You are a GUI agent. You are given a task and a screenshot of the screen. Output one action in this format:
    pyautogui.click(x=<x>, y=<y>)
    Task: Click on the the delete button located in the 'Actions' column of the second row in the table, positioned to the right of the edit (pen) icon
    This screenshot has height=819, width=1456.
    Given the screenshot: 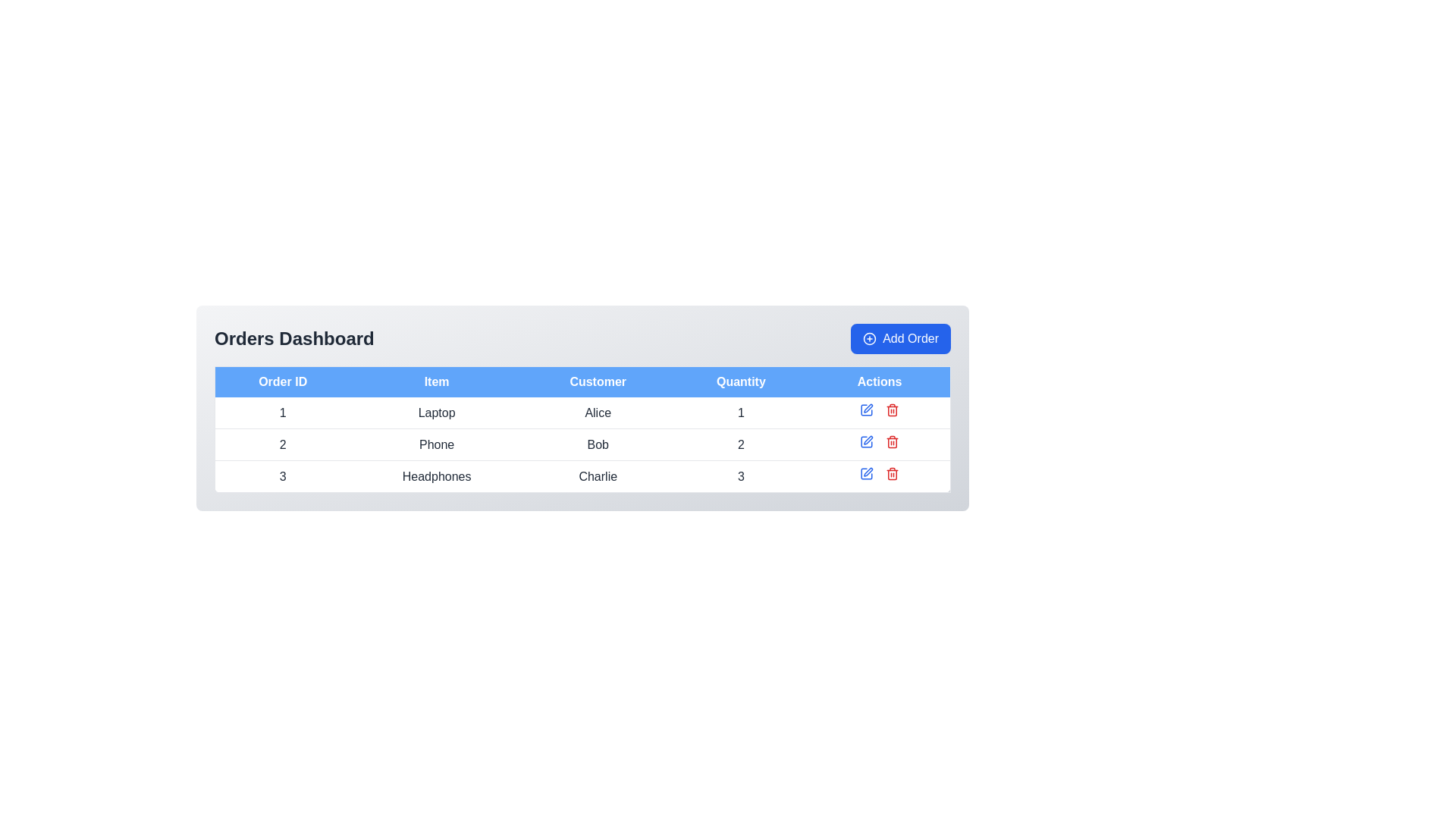 What is the action you would take?
    pyautogui.click(x=893, y=441)
    